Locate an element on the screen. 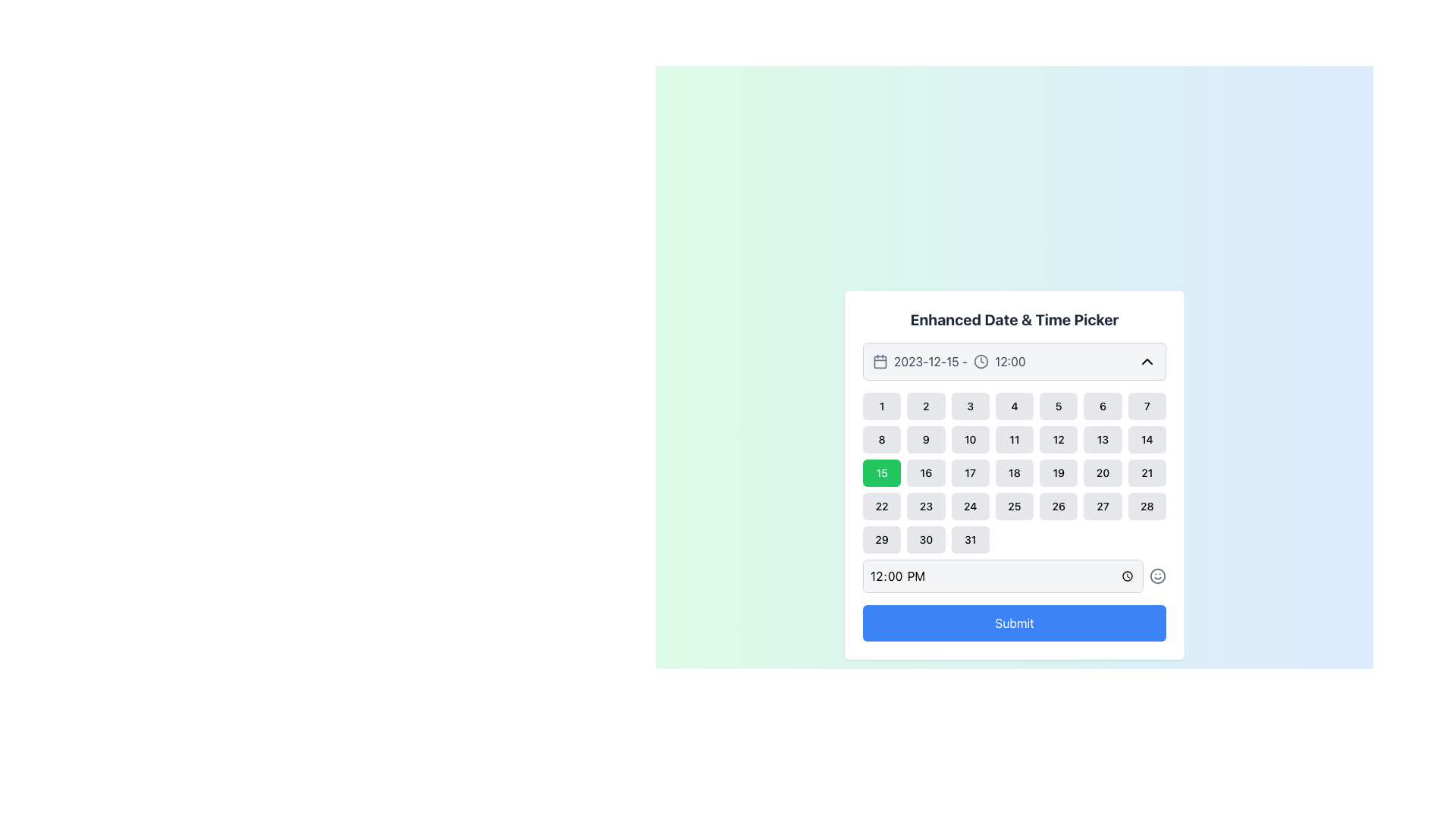  the button is located at coordinates (882, 472).